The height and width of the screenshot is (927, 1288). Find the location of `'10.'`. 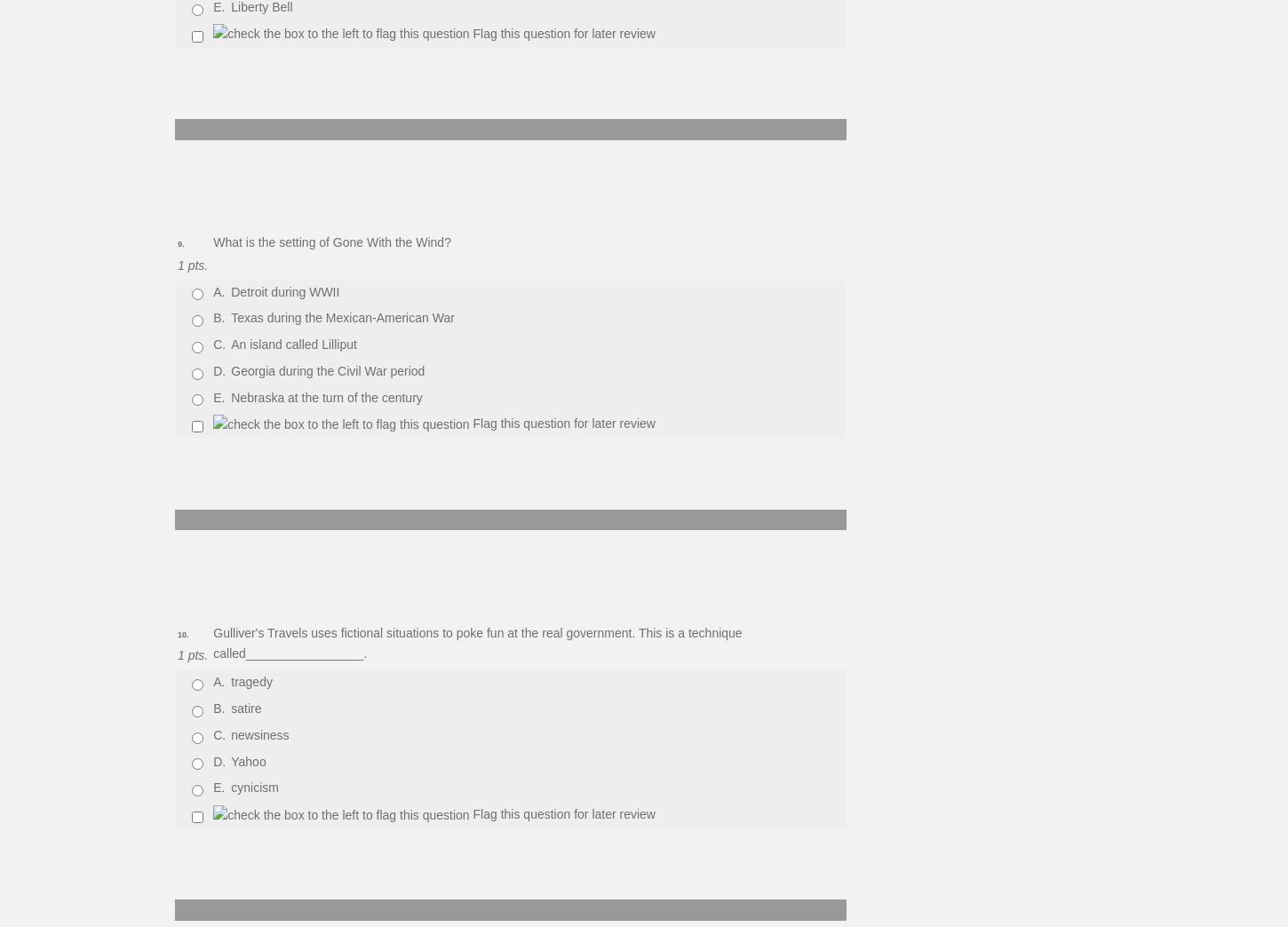

'10.' is located at coordinates (182, 632).